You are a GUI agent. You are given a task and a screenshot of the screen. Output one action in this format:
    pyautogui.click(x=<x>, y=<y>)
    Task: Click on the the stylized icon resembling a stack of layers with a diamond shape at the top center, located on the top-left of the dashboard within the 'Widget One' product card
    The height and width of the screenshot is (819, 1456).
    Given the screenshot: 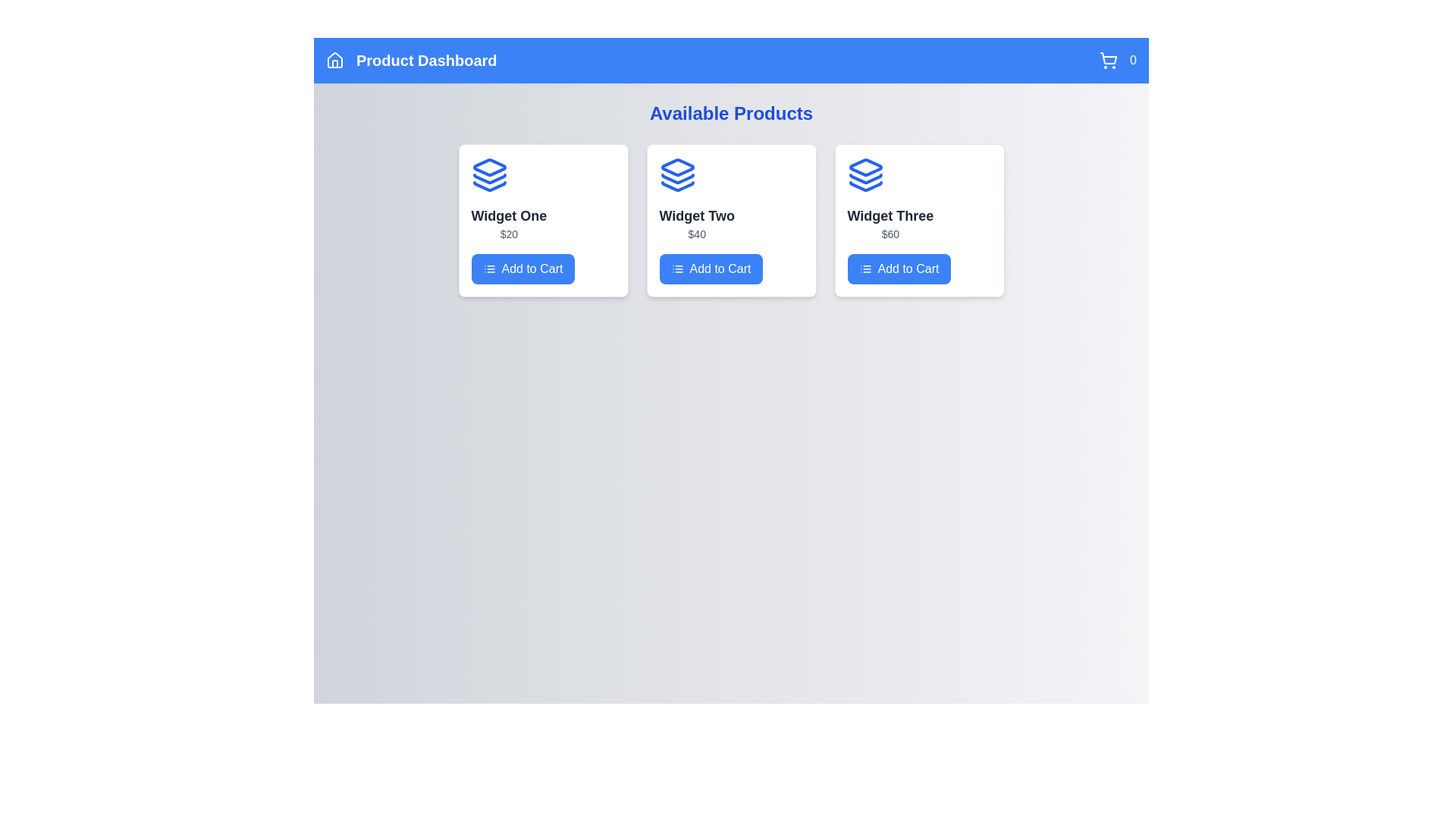 What is the action you would take?
    pyautogui.click(x=489, y=167)
    